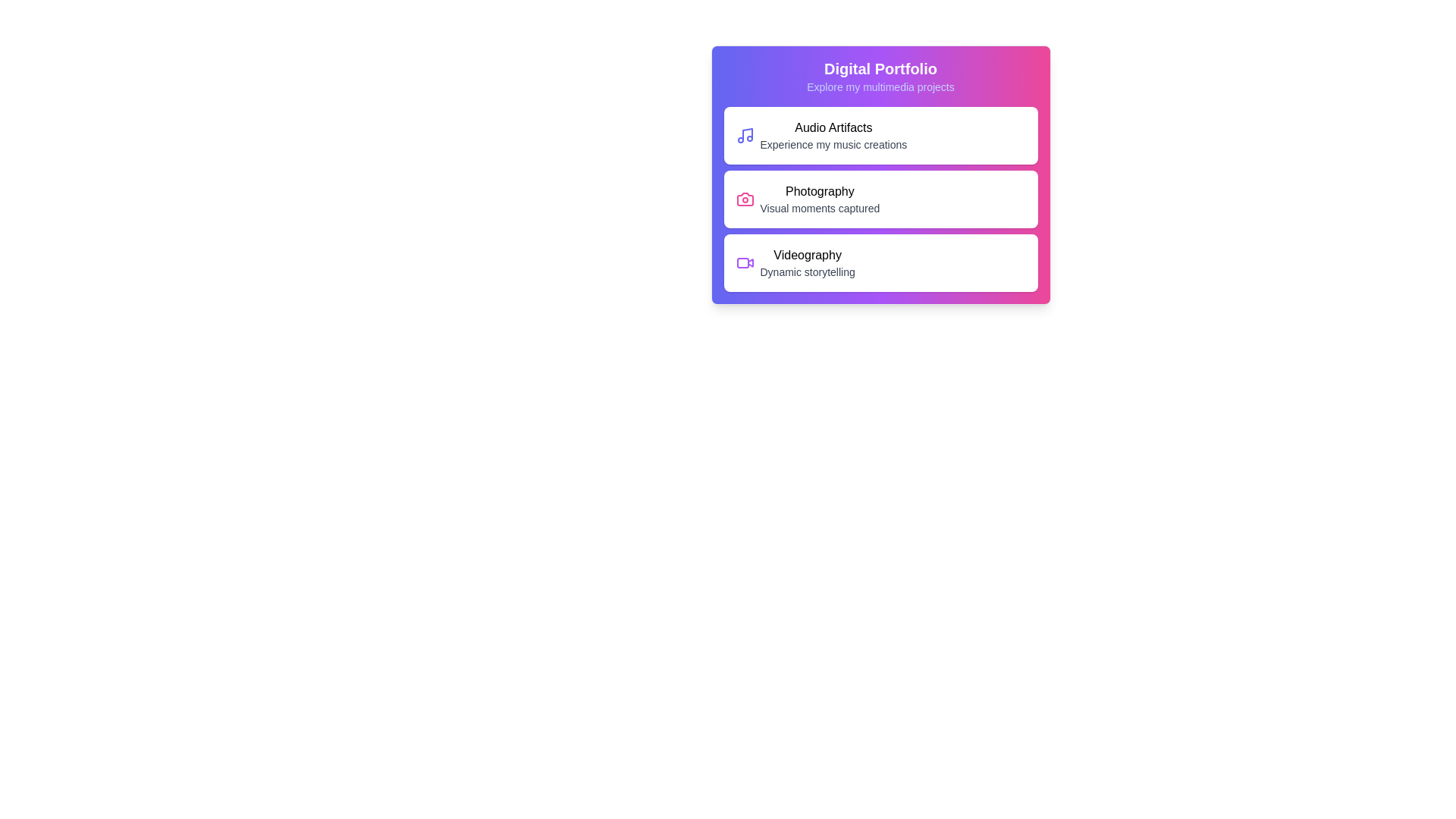 The height and width of the screenshot is (819, 1456). What do you see at coordinates (807, 254) in the screenshot?
I see `text label displaying 'Videography' located in the third card of the multimedia project categories section, positioned above the subtitle 'Dynamic storytelling.'` at bounding box center [807, 254].